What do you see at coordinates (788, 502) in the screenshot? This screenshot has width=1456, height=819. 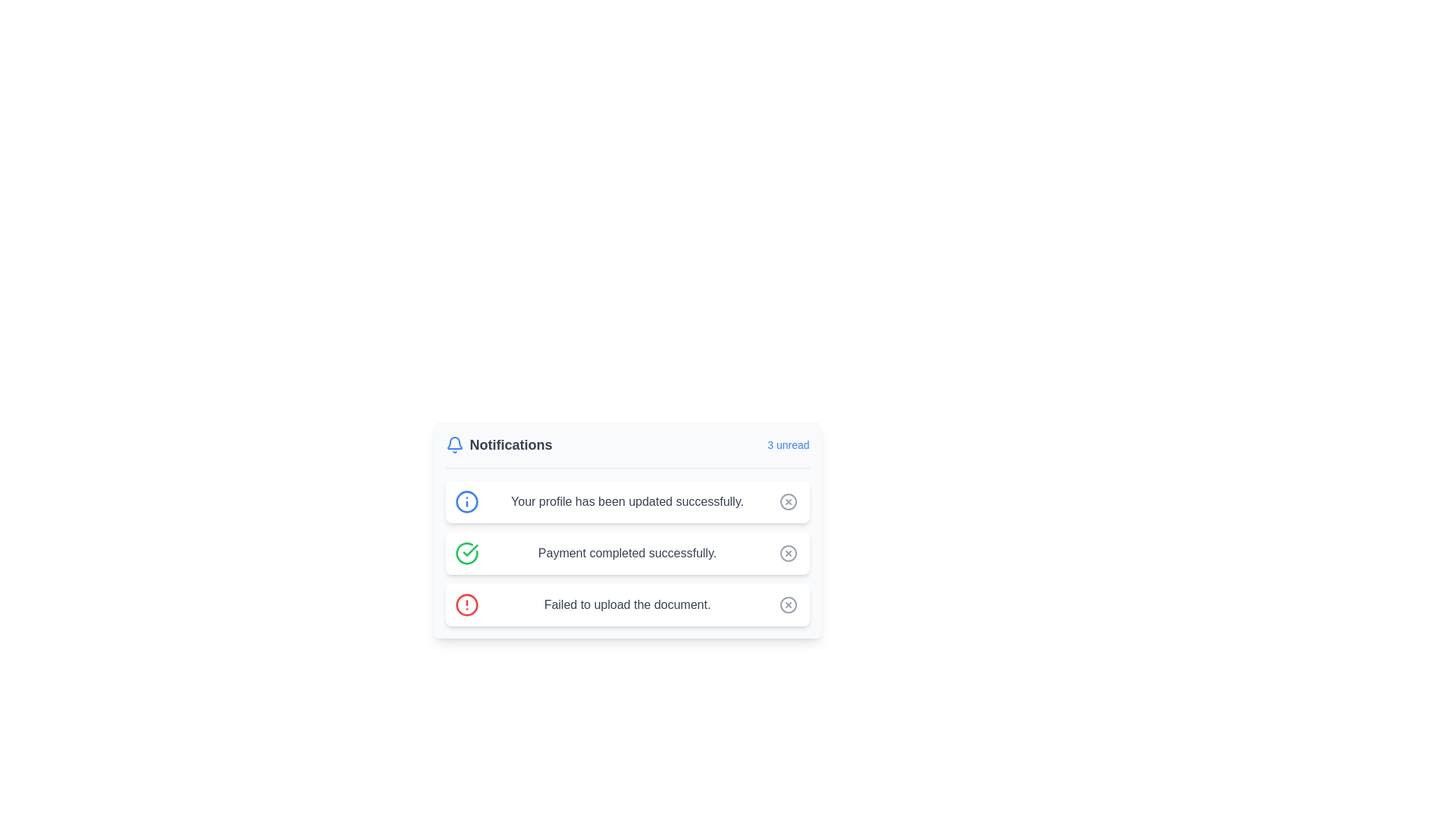 I see `the close button located on the rightmost edge of the notification panel` at bounding box center [788, 502].